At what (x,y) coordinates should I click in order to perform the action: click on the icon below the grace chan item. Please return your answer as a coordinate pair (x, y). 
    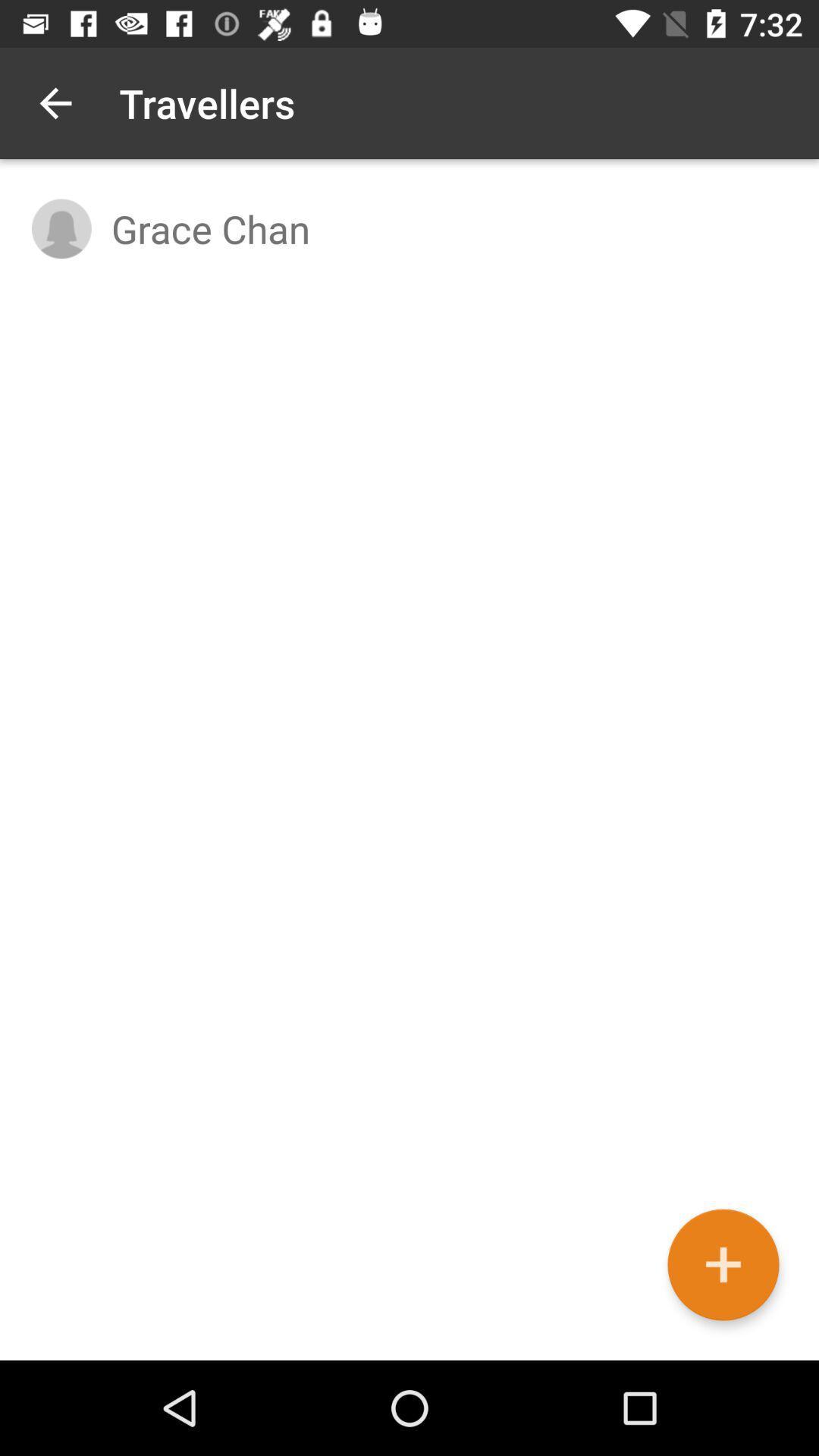
    Looking at the image, I should click on (722, 1265).